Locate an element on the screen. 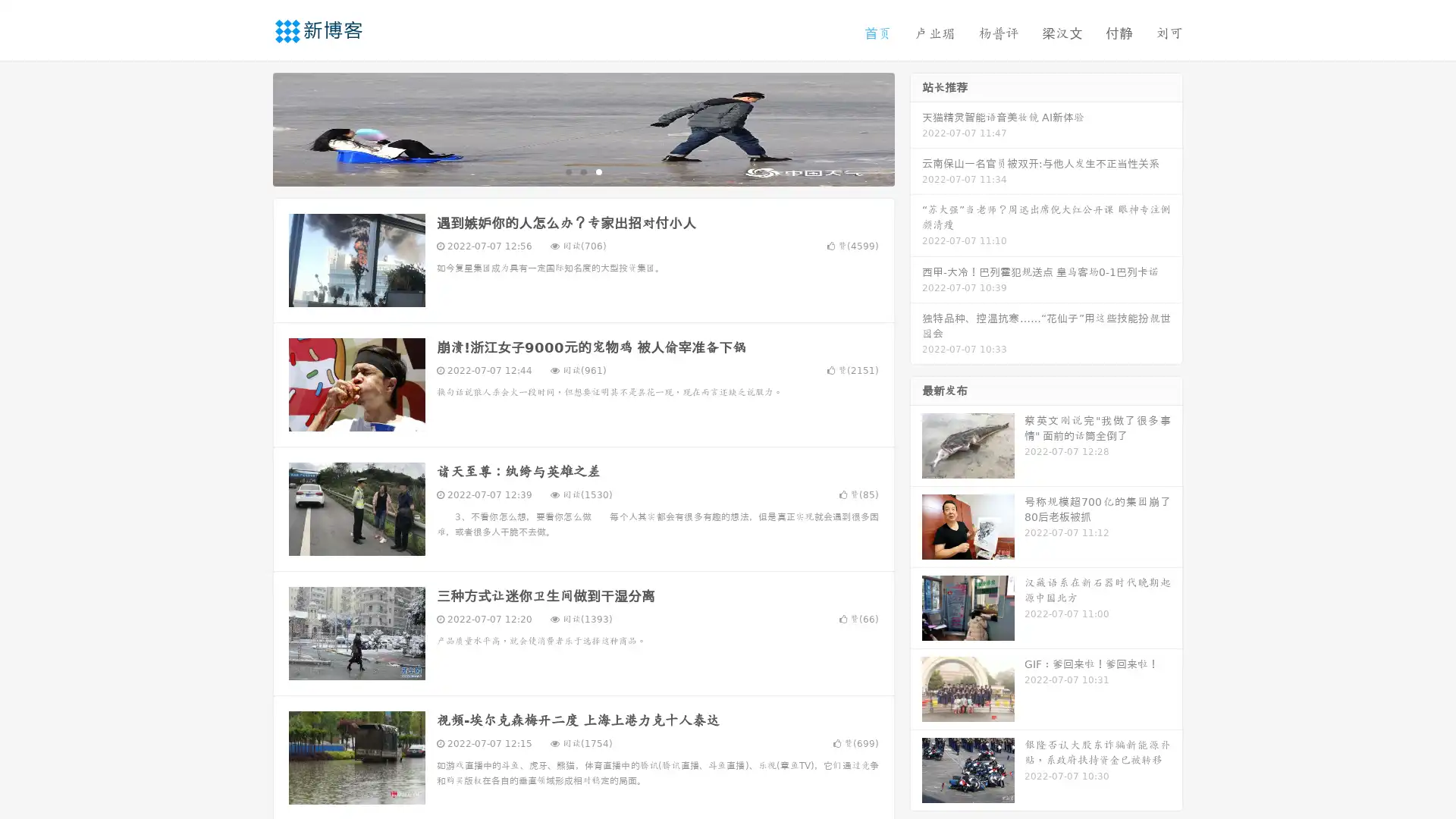 The image size is (1456, 819). Go to slide 2 is located at coordinates (582, 171).